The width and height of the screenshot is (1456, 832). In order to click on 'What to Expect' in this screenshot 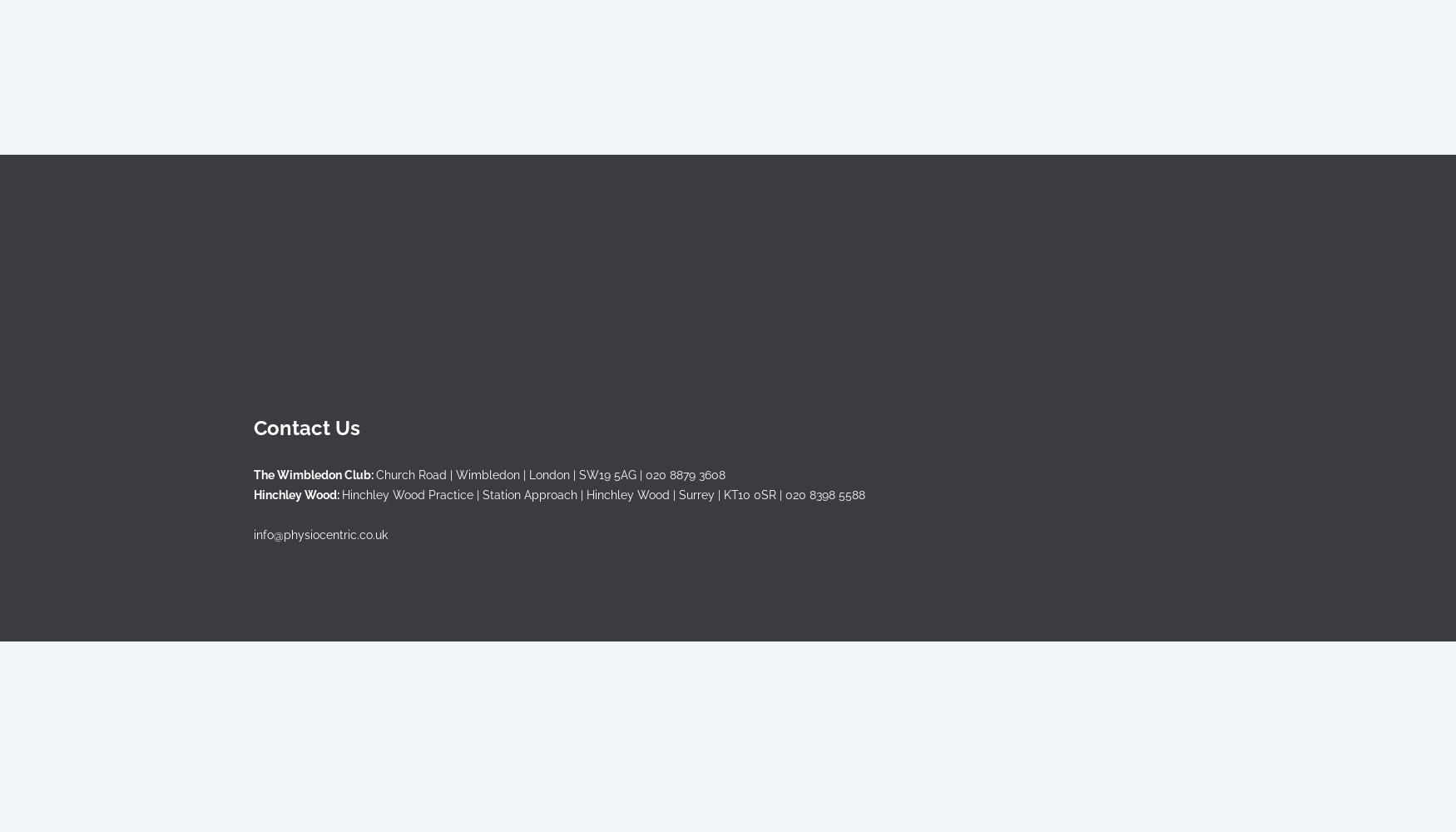, I will do `click(577, 332)`.